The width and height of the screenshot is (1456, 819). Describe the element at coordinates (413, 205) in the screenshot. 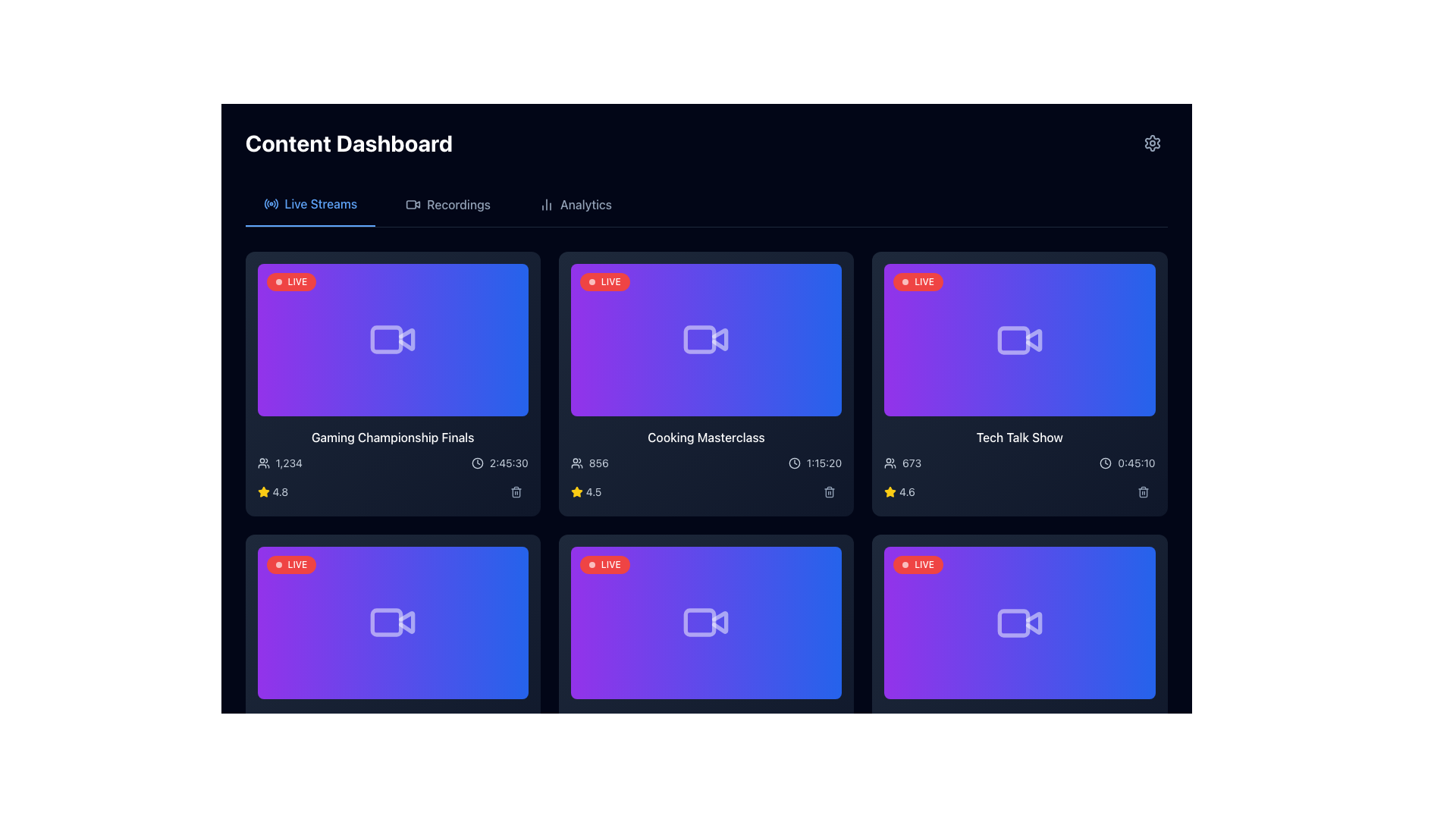

I see `'Recordings' icon in the dashboard's navigation bar using developer tools, located between 'Live Streams' and 'Analytics'` at that location.